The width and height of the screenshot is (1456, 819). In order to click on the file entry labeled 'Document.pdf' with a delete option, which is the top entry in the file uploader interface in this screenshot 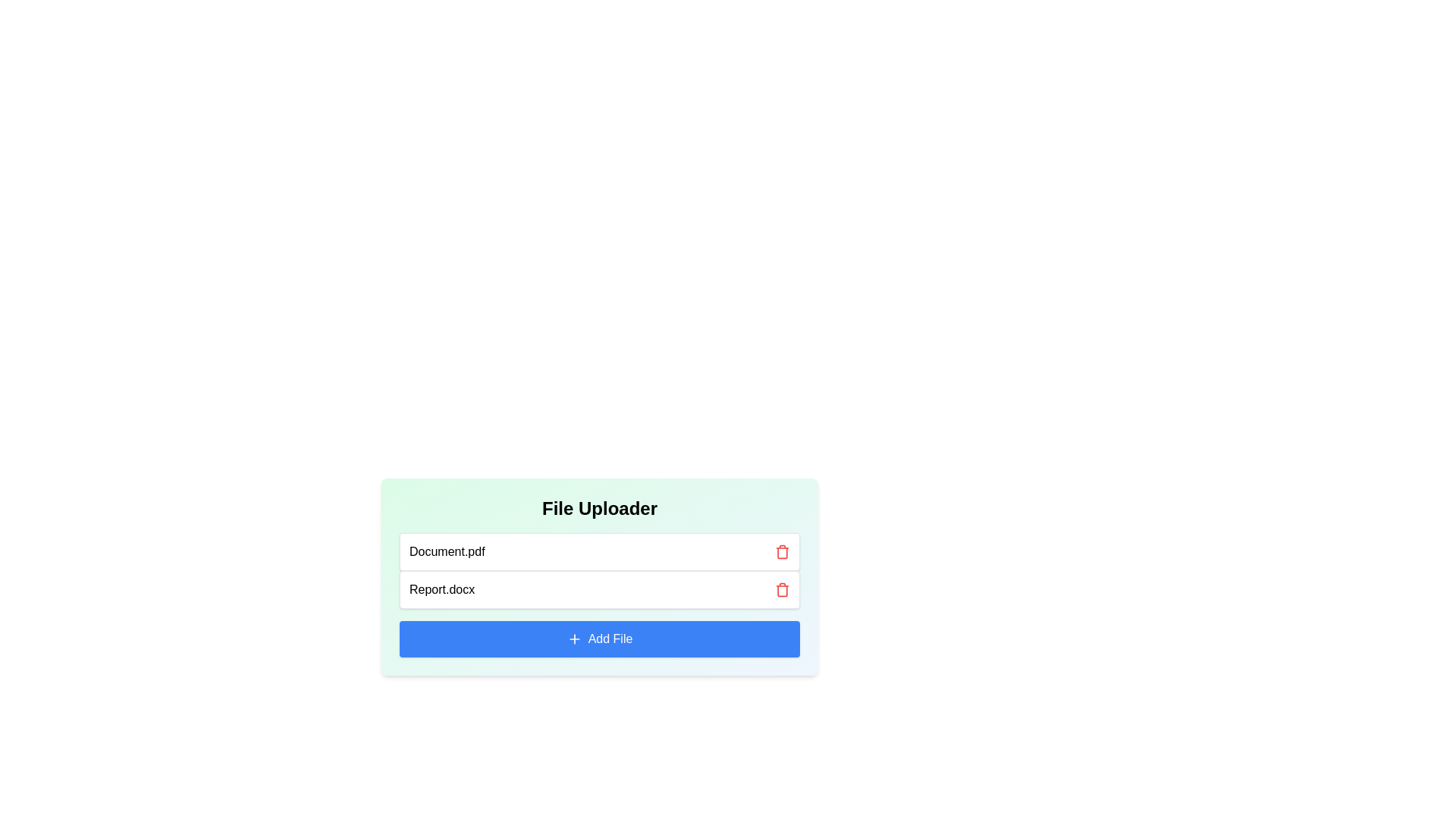, I will do `click(599, 552)`.